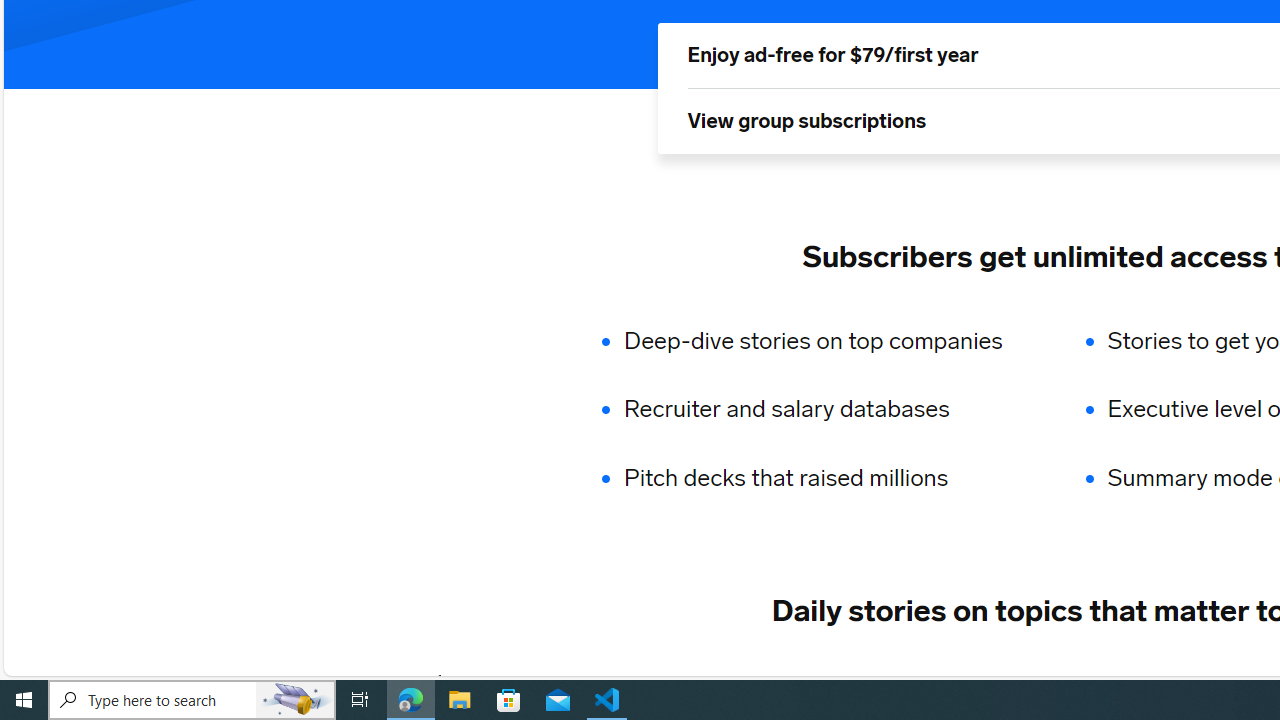  Describe the element at coordinates (826, 339) in the screenshot. I see `'Deep-dive stories on top companies'` at that location.